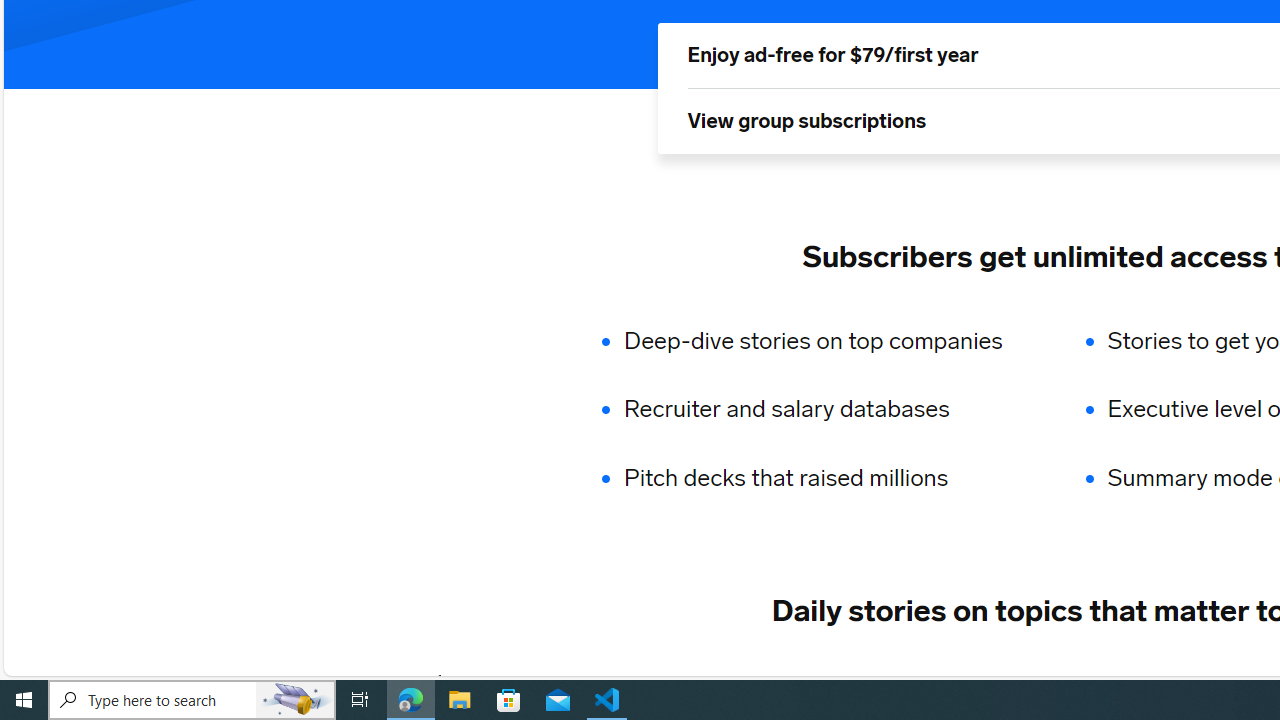  Describe the element at coordinates (826, 339) in the screenshot. I see `'Deep-dive stories on top companies'` at that location.